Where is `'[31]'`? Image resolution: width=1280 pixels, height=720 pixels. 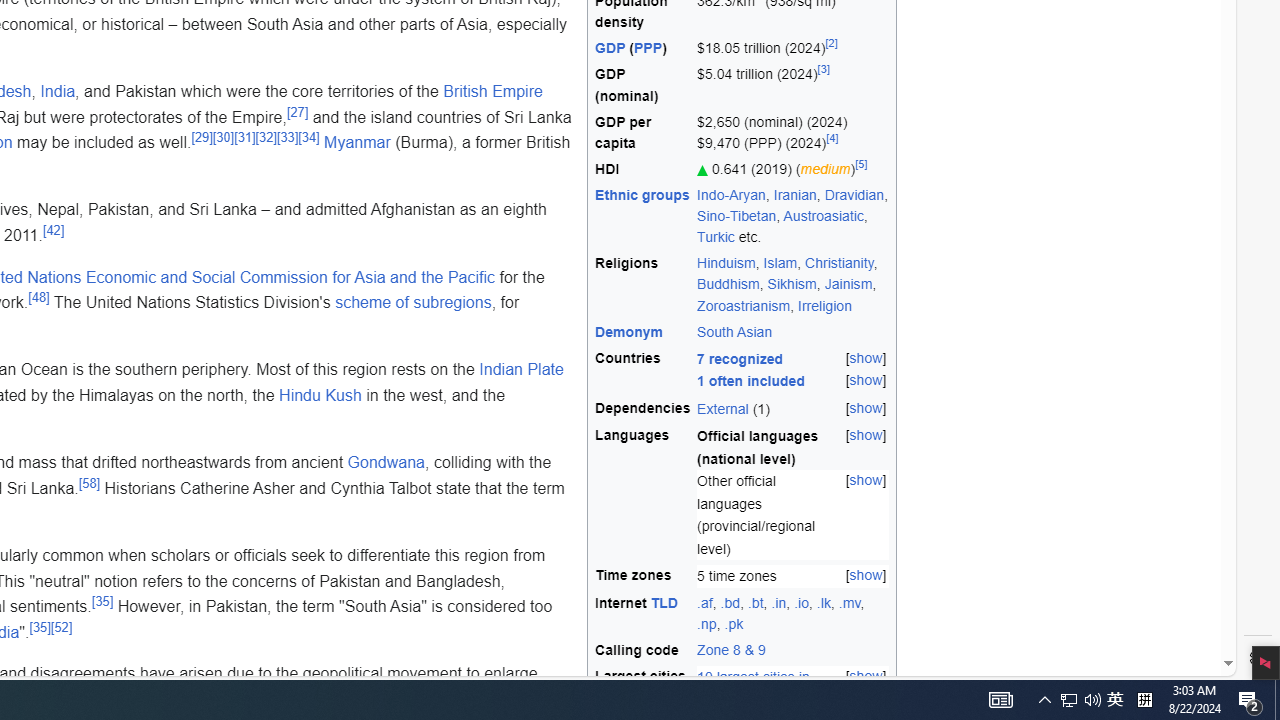
'[31]' is located at coordinates (244, 135).